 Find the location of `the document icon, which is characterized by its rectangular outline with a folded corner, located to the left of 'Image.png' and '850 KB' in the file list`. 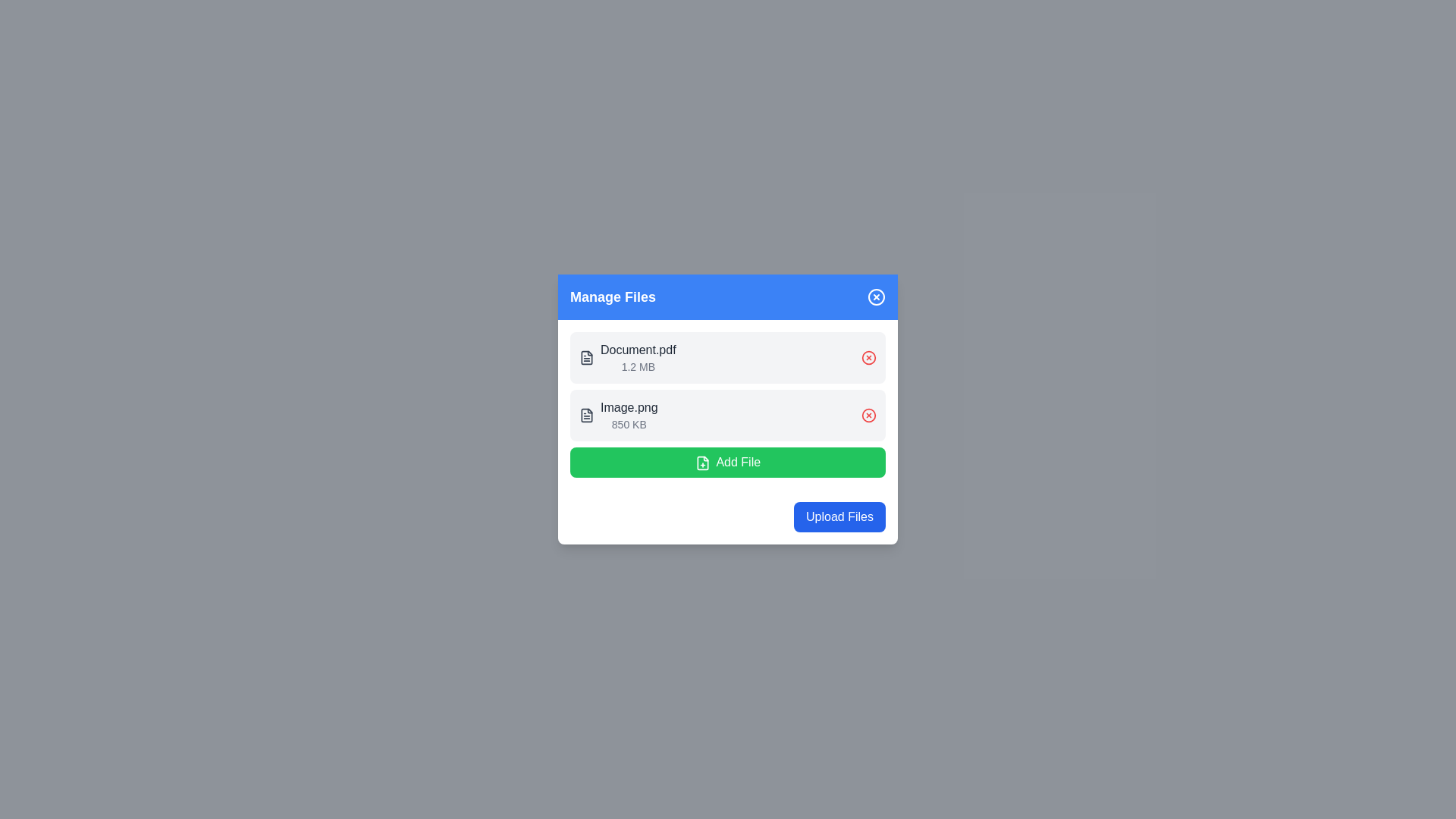

the document icon, which is characterized by its rectangular outline with a folded corner, located to the left of 'Image.png' and '850 KB' in the file list is located at coordinates (585, 415).